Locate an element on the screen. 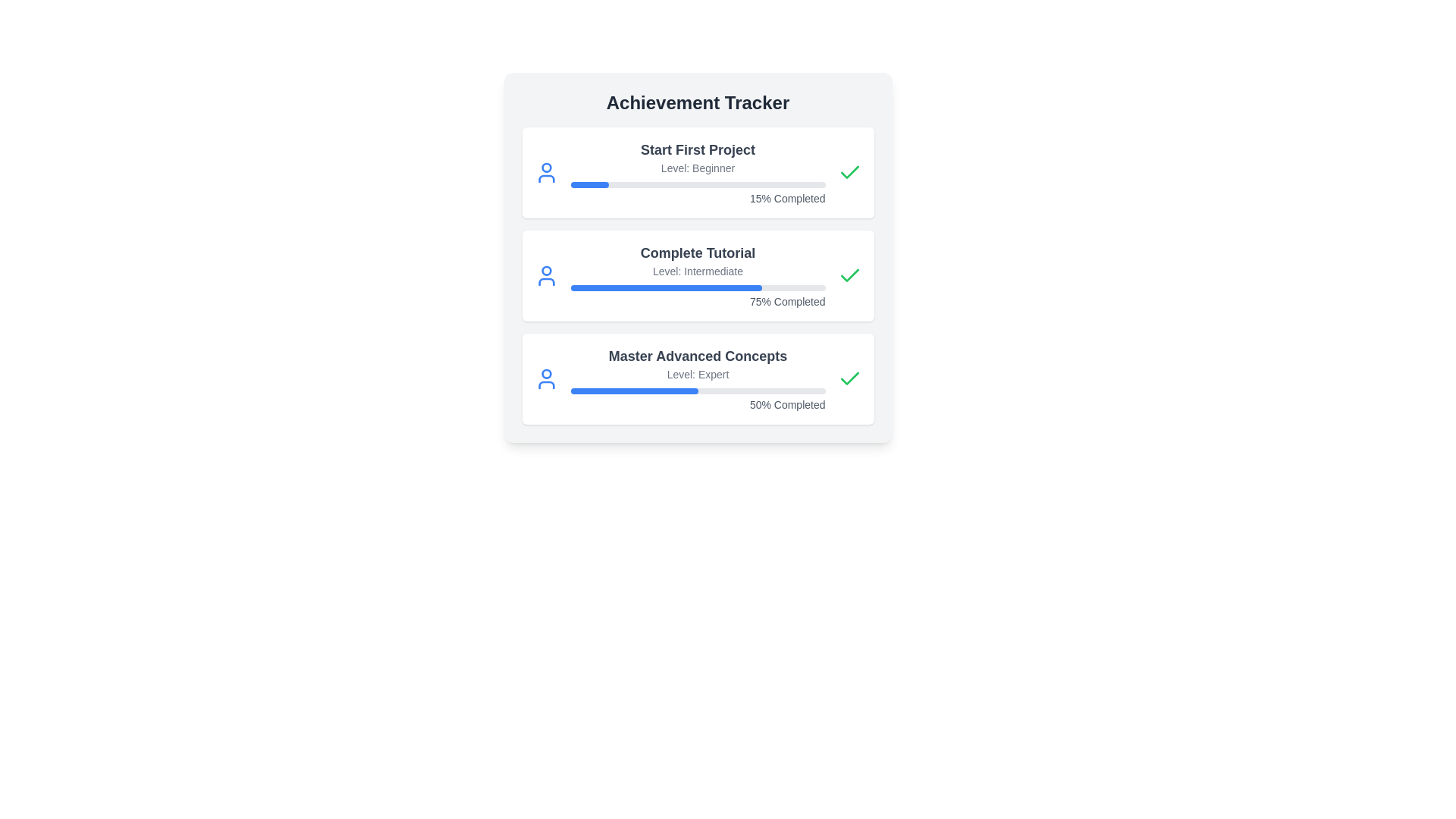  the icon representing the 'Master Advanced Concepts' achievement located at the top-left corner of the card, beside the text and above the progress bar for visual information is located at coordinates (546, 378).